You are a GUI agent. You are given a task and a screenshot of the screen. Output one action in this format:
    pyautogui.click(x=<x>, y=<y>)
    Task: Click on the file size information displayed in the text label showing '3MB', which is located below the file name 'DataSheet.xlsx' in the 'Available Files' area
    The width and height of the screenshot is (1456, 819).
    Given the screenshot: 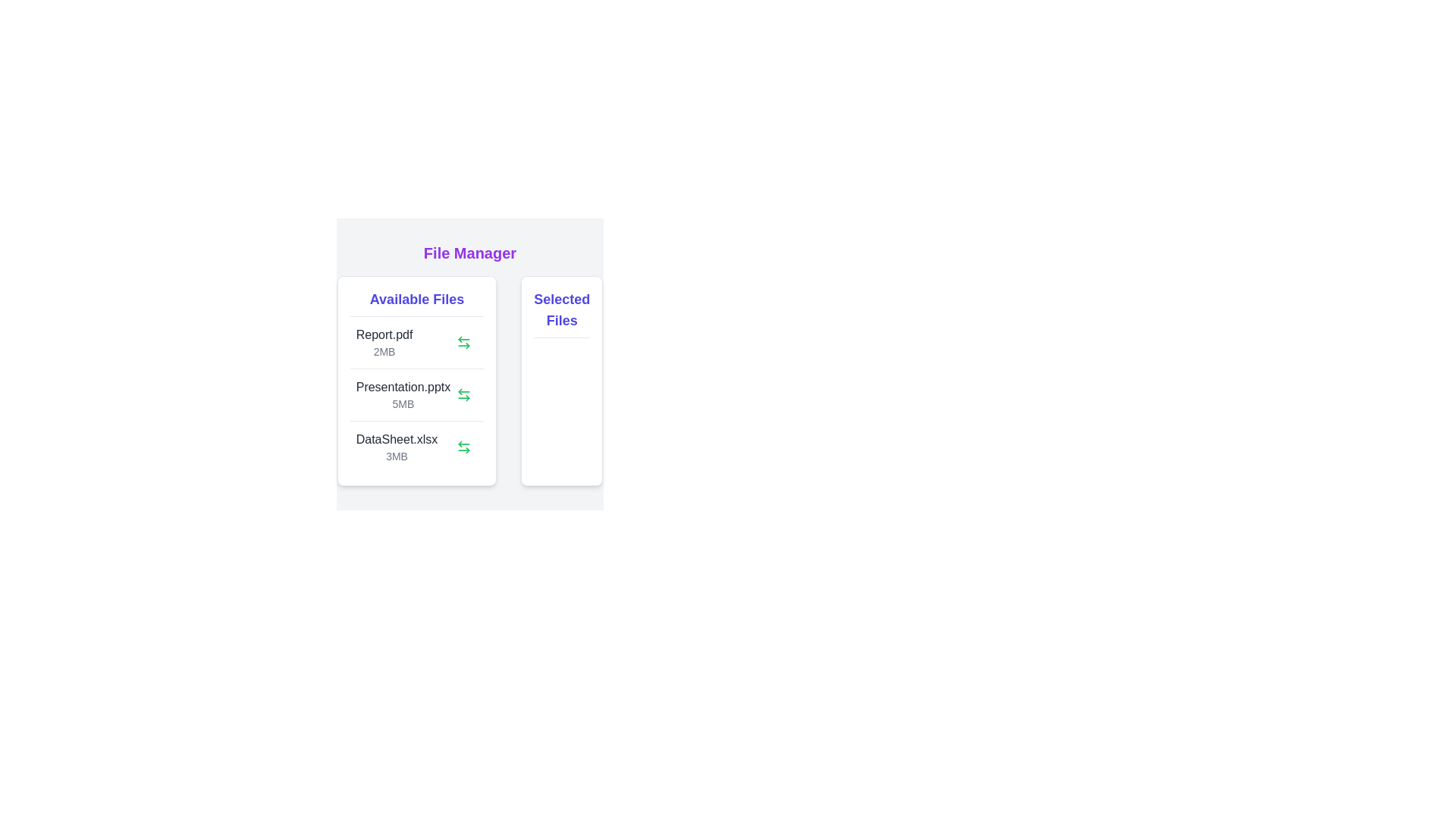 What is the action you would take?
    pyautogui.click(x=397, y=455)
    